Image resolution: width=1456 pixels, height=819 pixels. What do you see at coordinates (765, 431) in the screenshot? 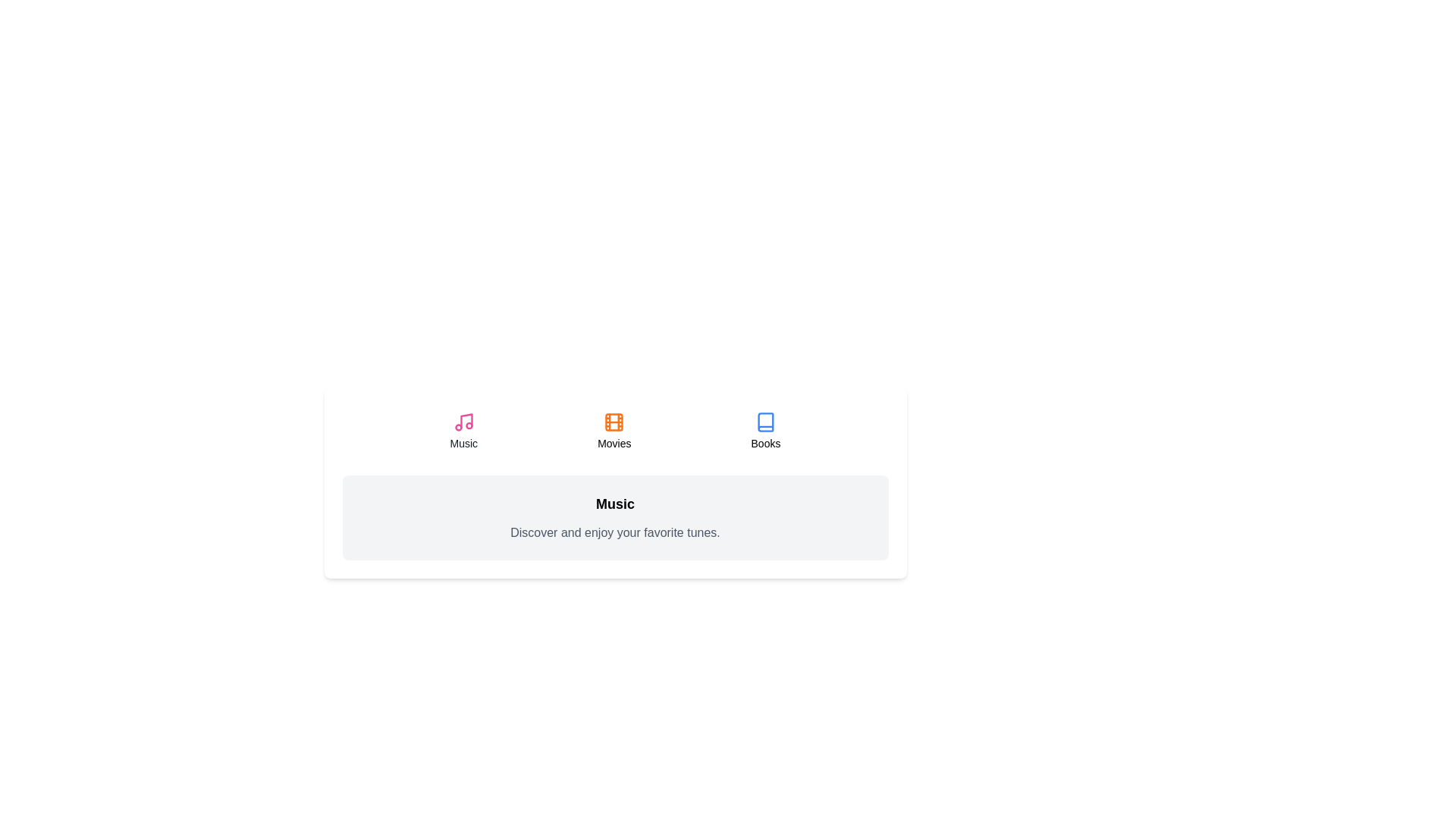
I see `the tab labeled 'Books' to observe its hover effects` at bounding box center [765, 431].